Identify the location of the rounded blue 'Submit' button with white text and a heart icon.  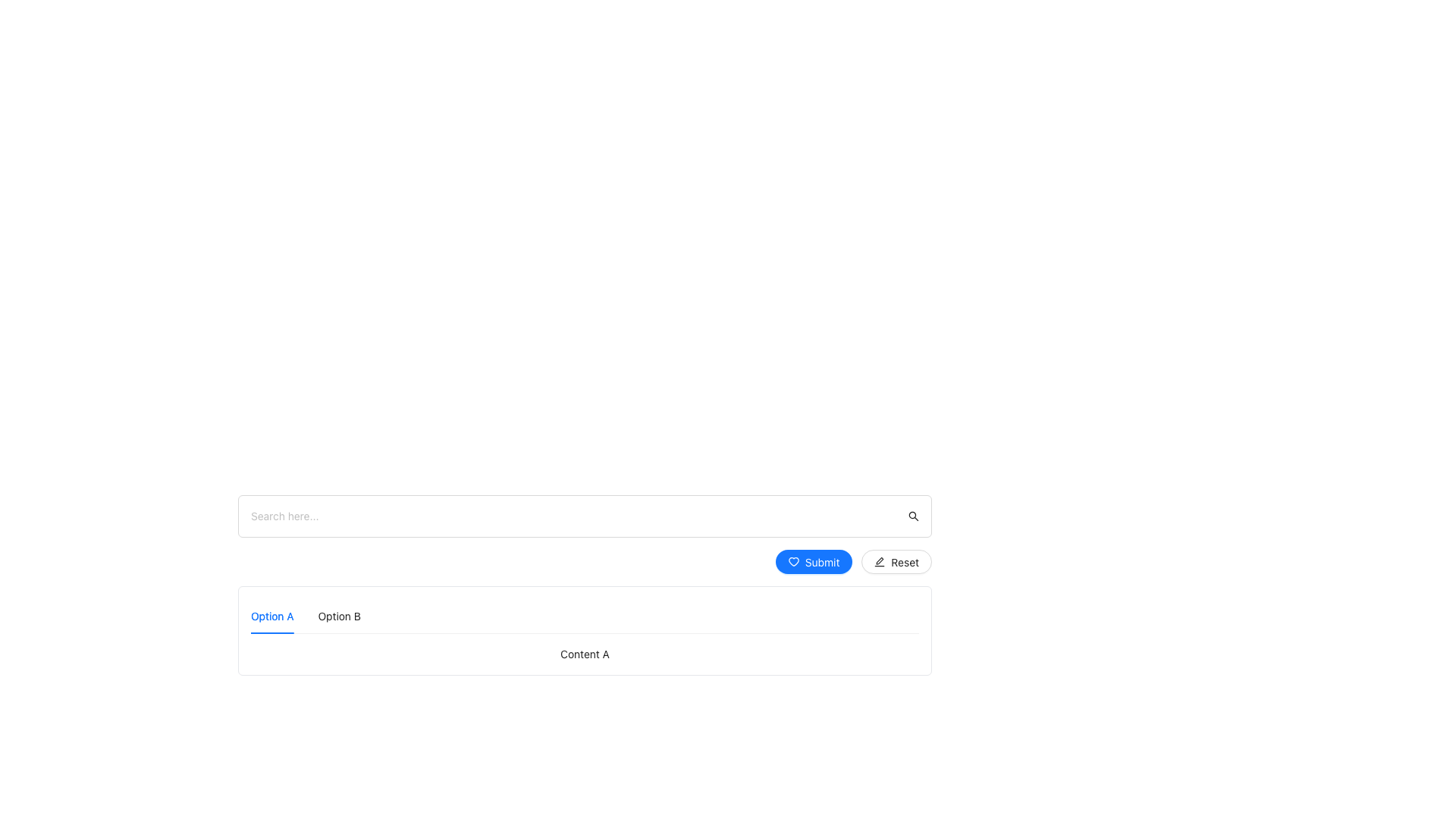
(813, 561).